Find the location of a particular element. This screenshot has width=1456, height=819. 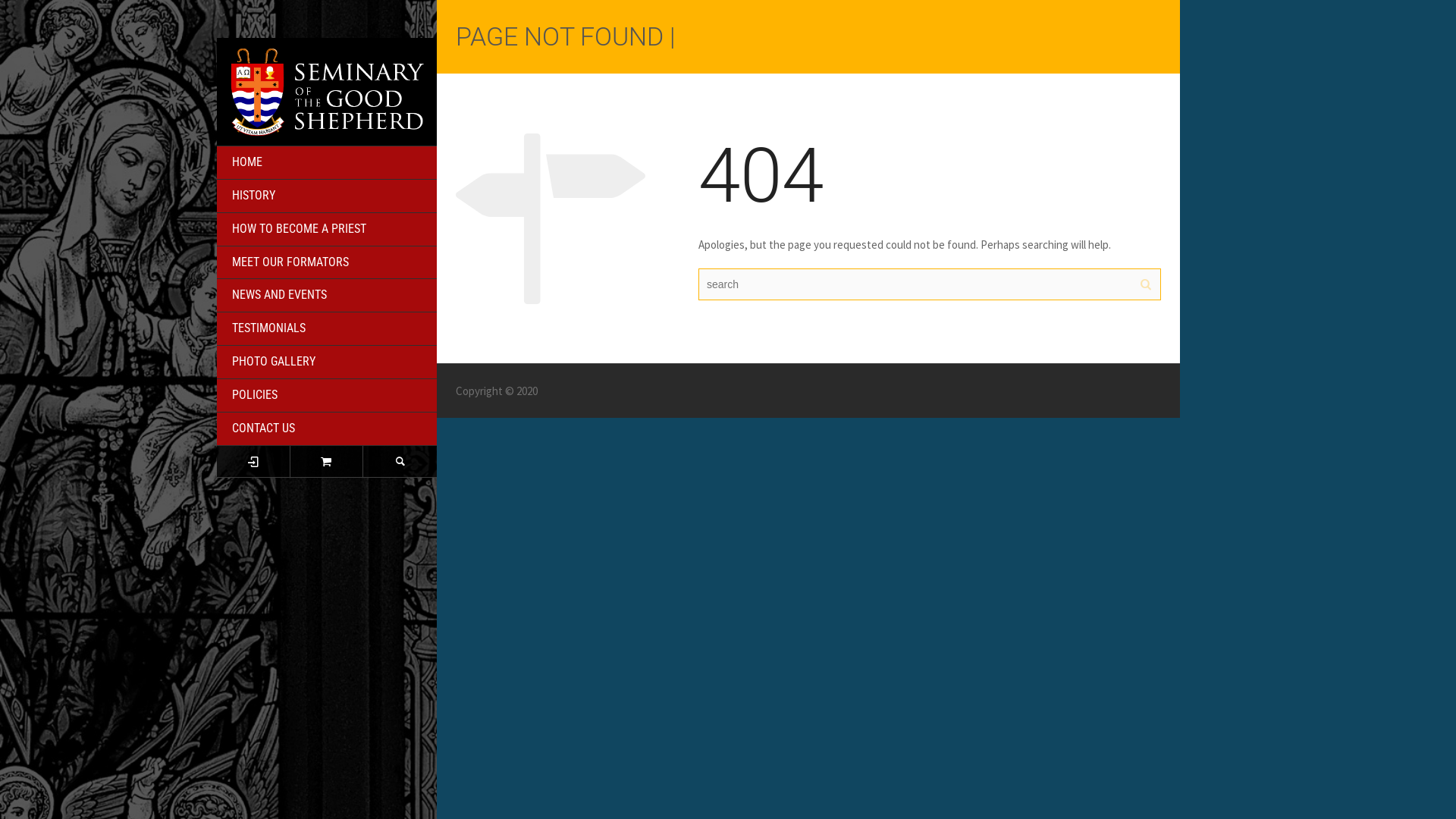

'POLICIES' is located at coordinates (326, 394).